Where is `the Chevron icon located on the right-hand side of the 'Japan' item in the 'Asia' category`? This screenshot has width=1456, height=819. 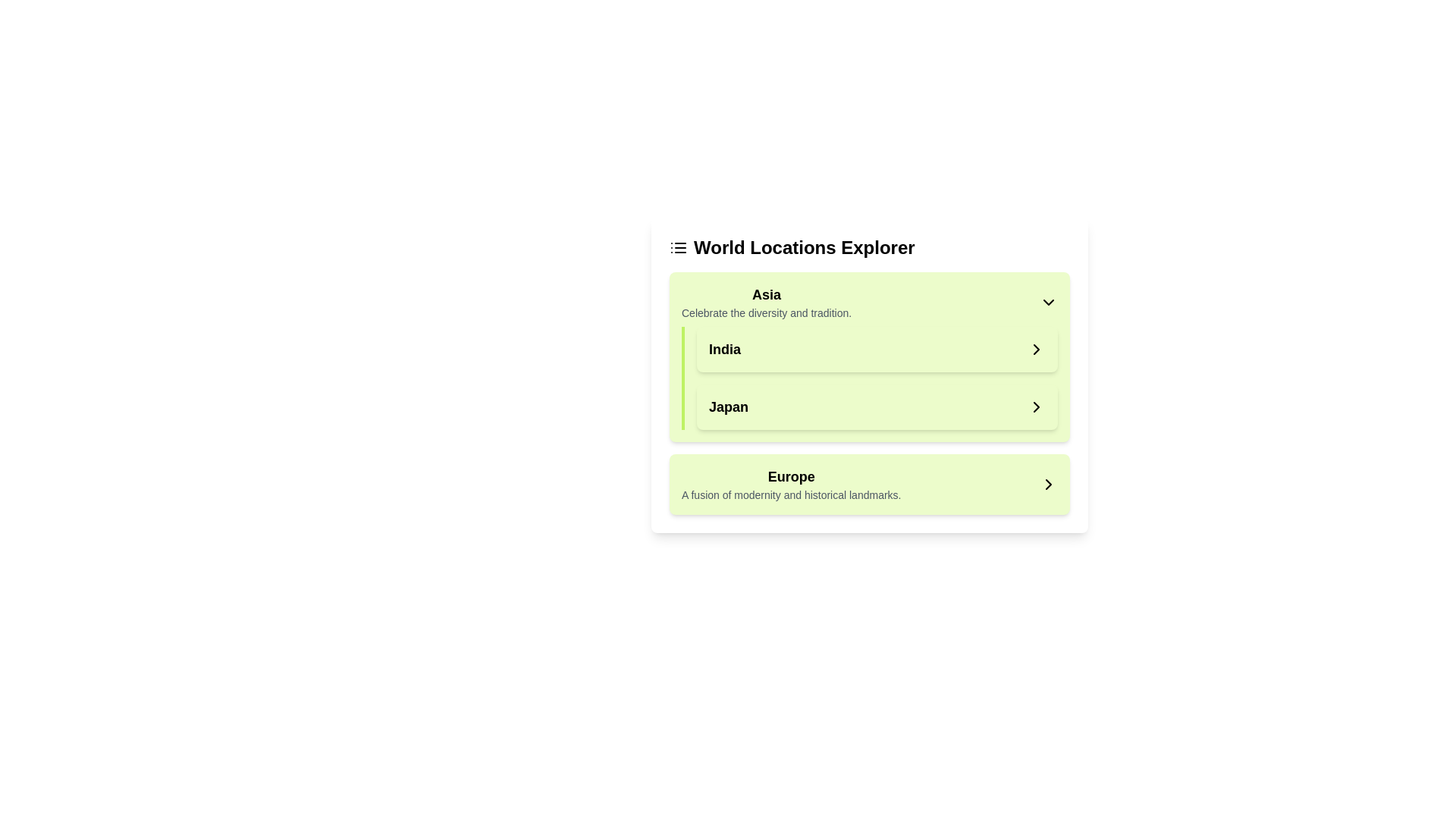 the Chevron icon located on the right-hand side of the 'Japan' item in the 'Asia' category is located at coordinates (1036, 406).